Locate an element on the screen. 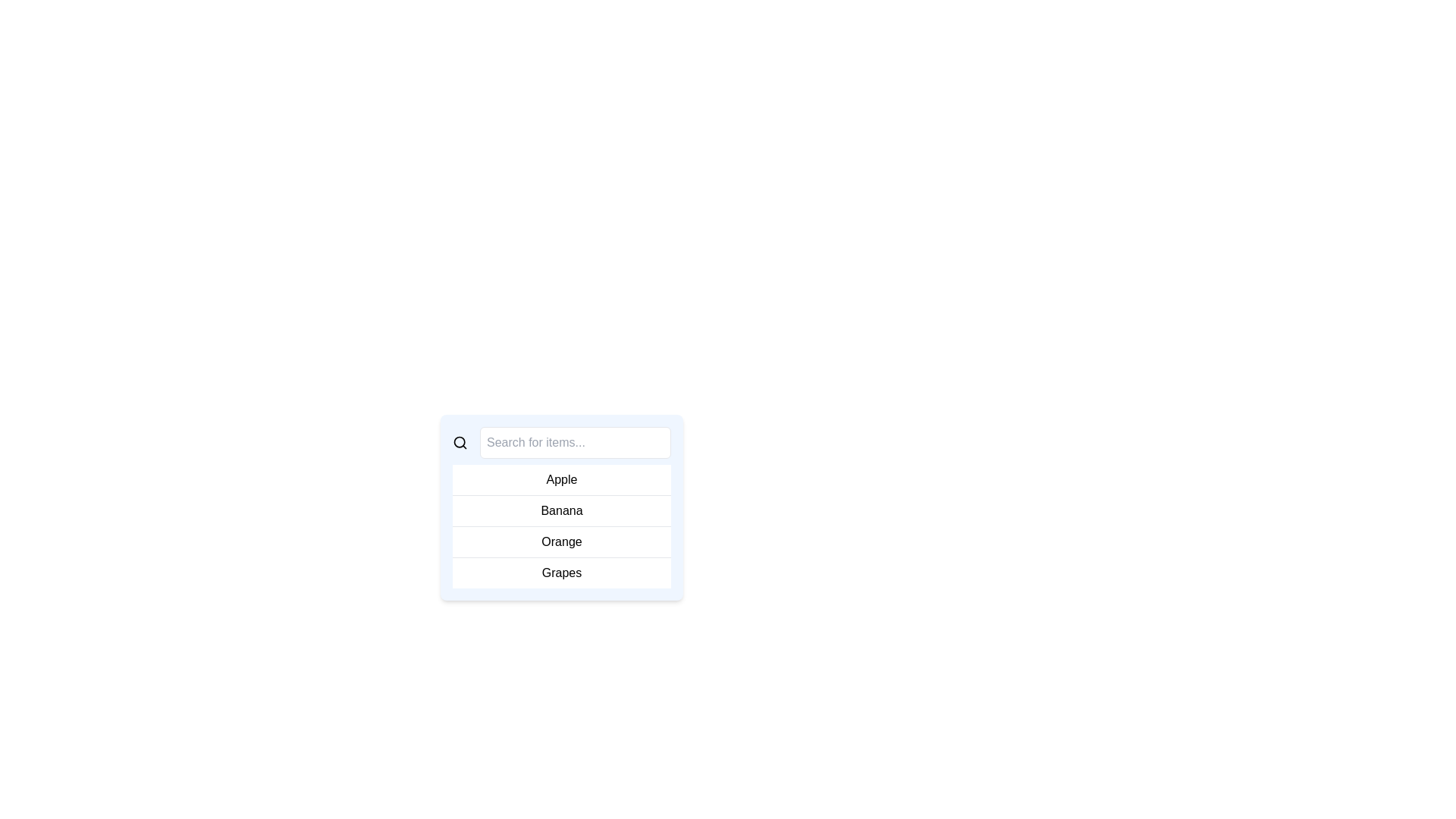  the magnifying glass icon, which serves as a visual cue for the search feature is located at coordinates (459, 442).